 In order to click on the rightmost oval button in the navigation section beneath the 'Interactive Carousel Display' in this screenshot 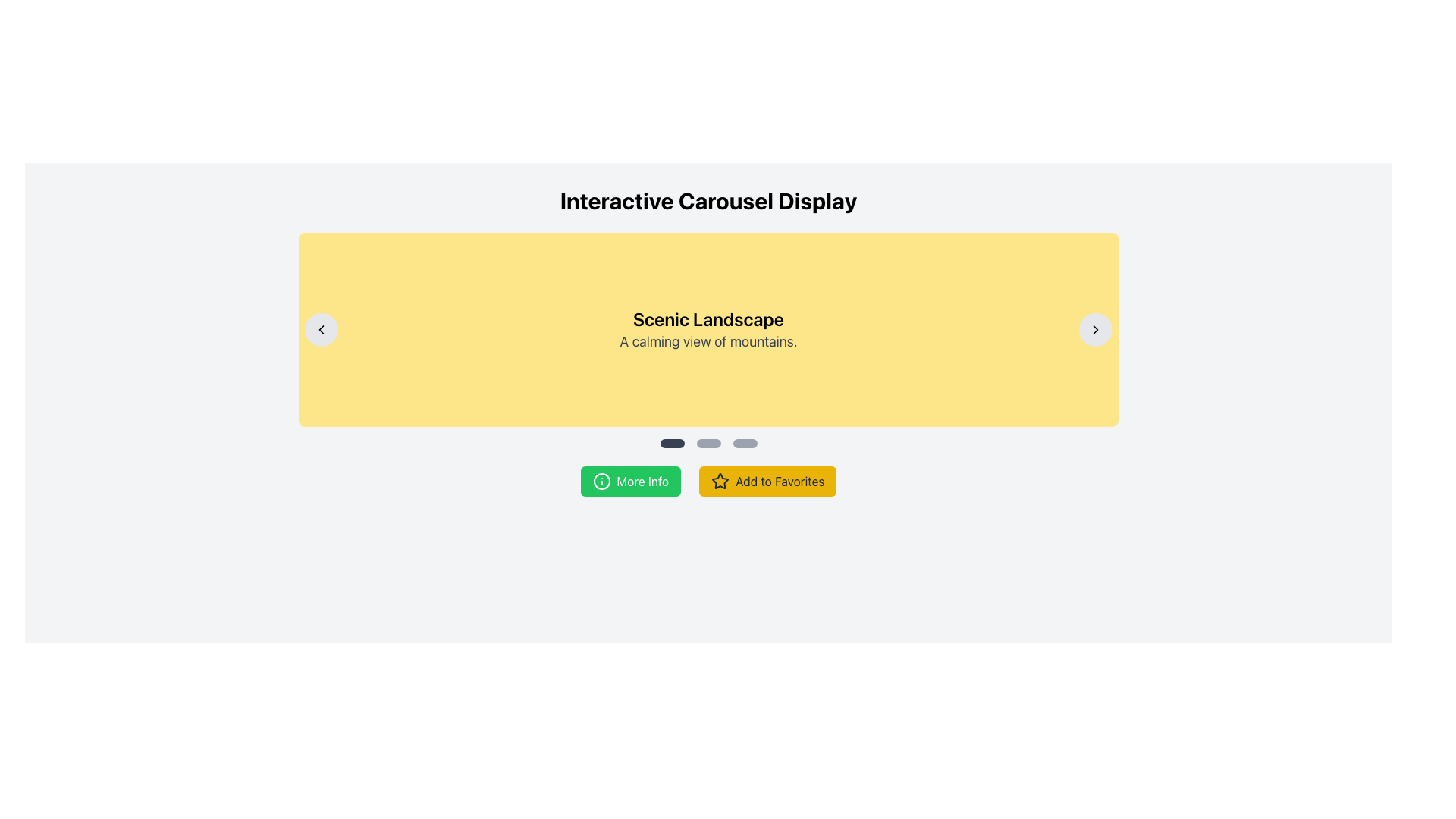, I will do `click(745, 444)`.